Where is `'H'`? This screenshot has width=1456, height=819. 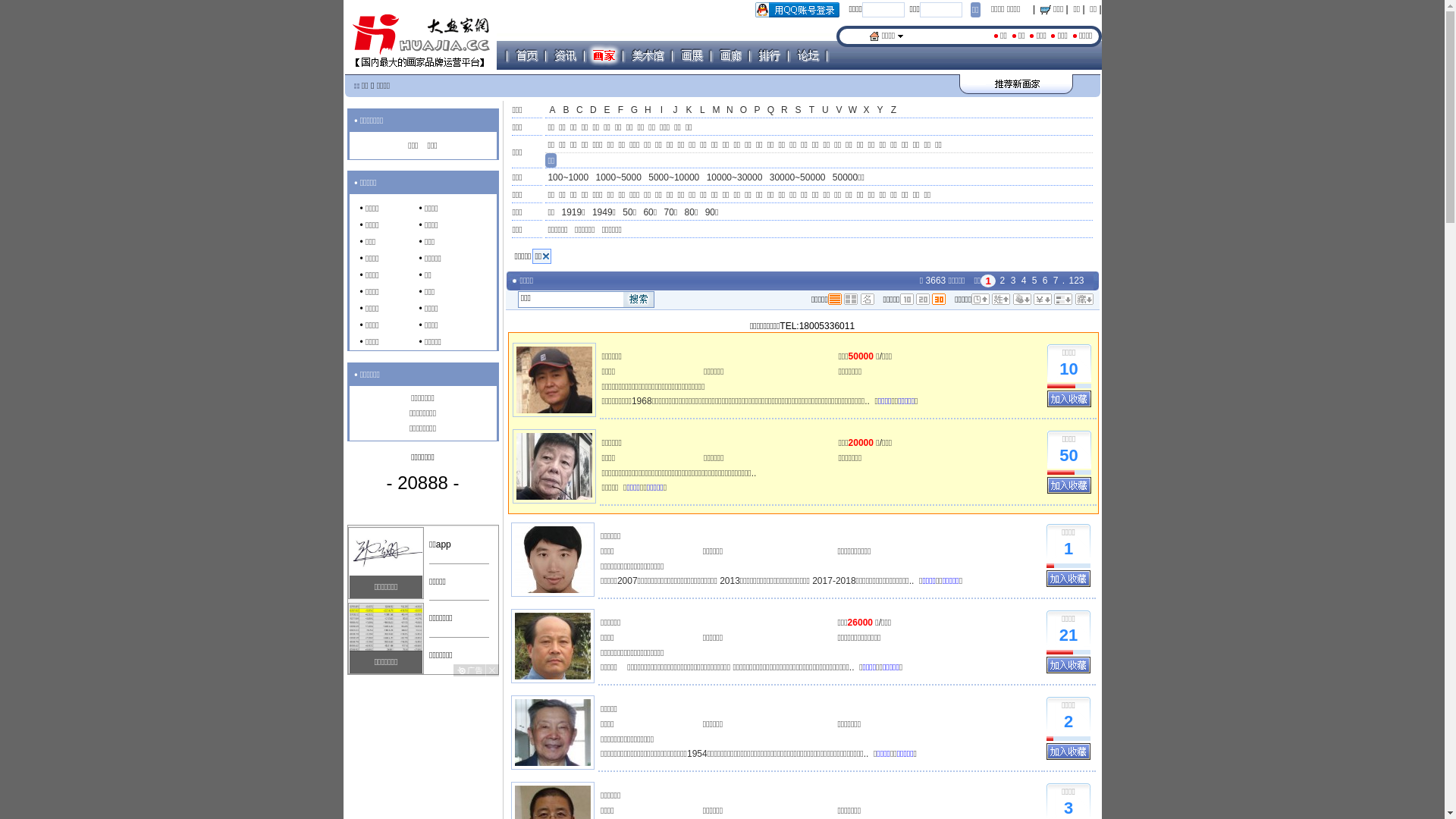 'H' is located at coordinates (648, 110).